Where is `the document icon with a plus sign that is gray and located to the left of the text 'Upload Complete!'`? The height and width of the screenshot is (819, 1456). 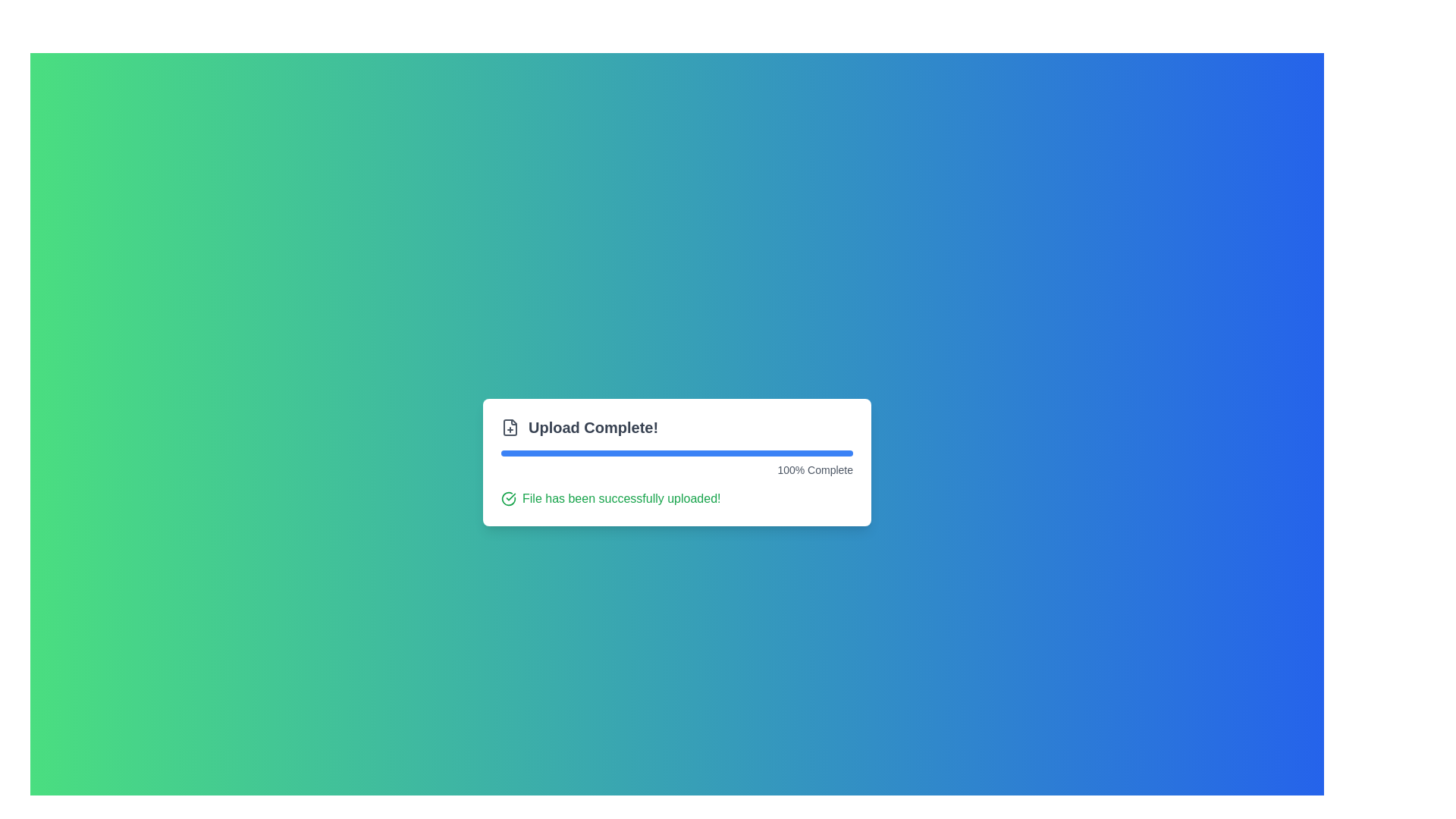 the document icon with a plus sign that is gray and located to the left of the text 'Upload Complete!' is located at coordinates (510, 427).